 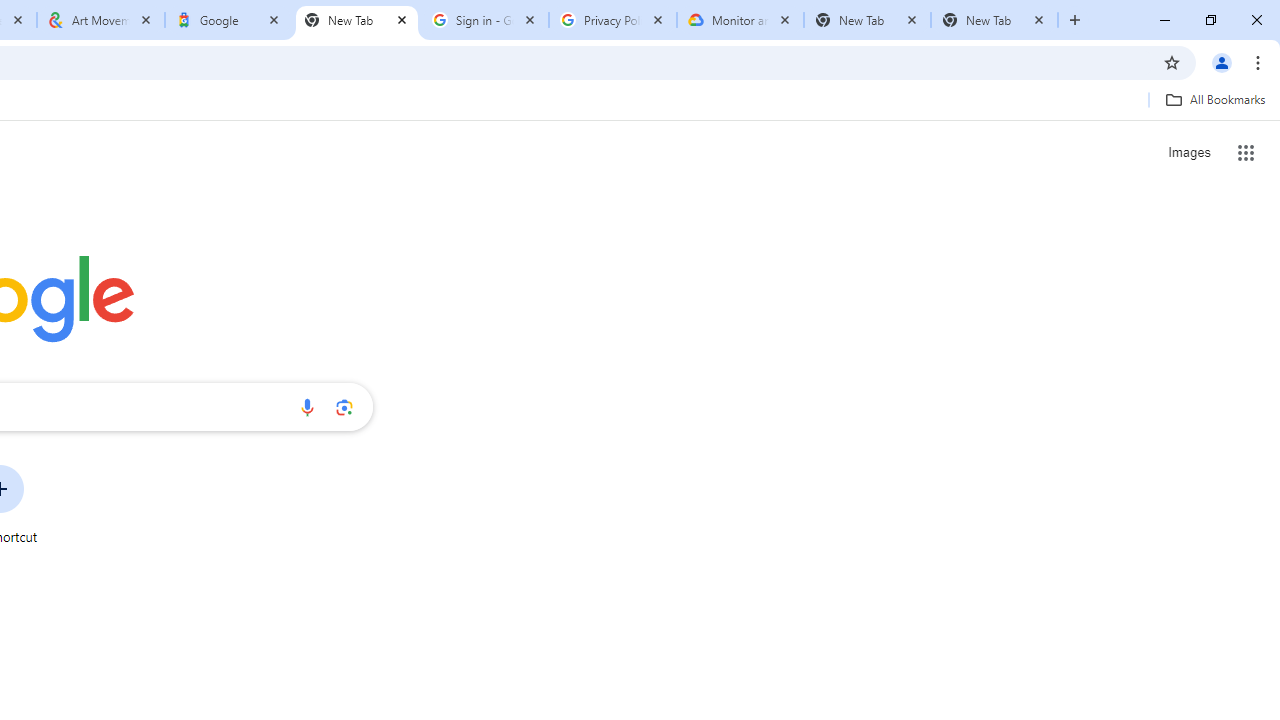 What do you see at coordinates (994, 20) in the screenshot?
I see `'New Tab'` at bounding box center [994, 20].